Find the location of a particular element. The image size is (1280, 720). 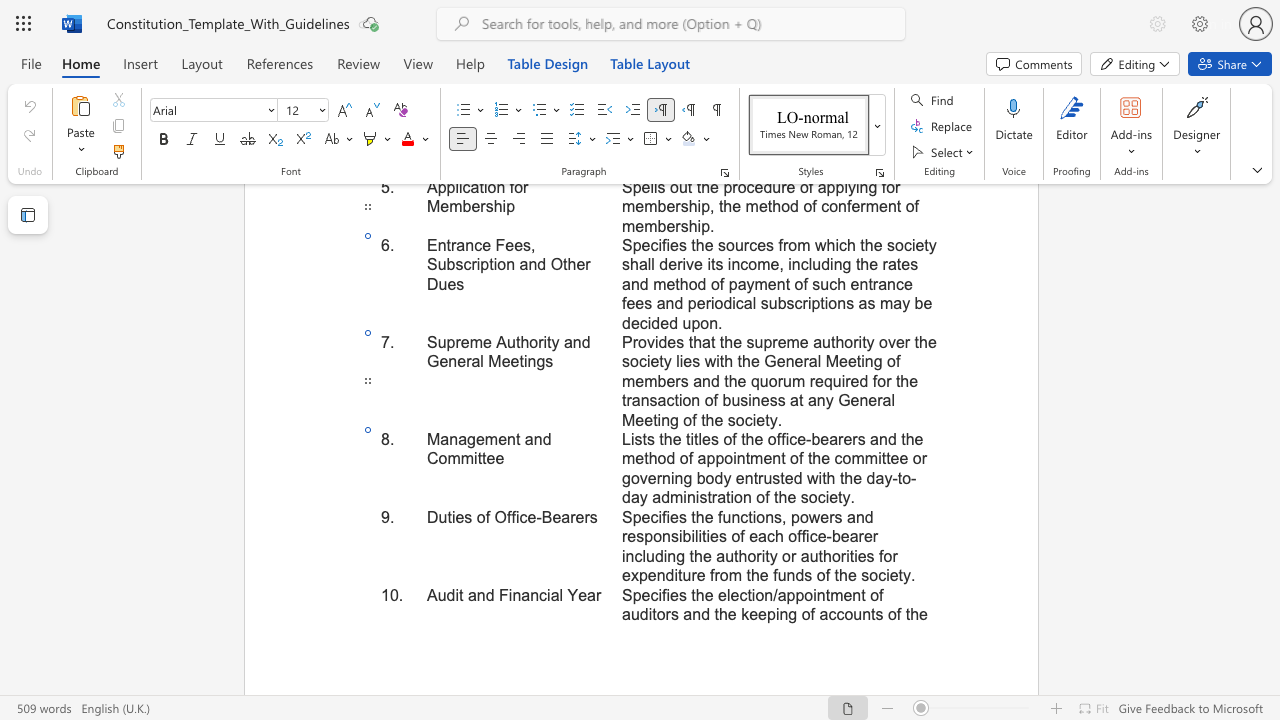

the 3th character "a" in the text is located at coordinates (529, 438).